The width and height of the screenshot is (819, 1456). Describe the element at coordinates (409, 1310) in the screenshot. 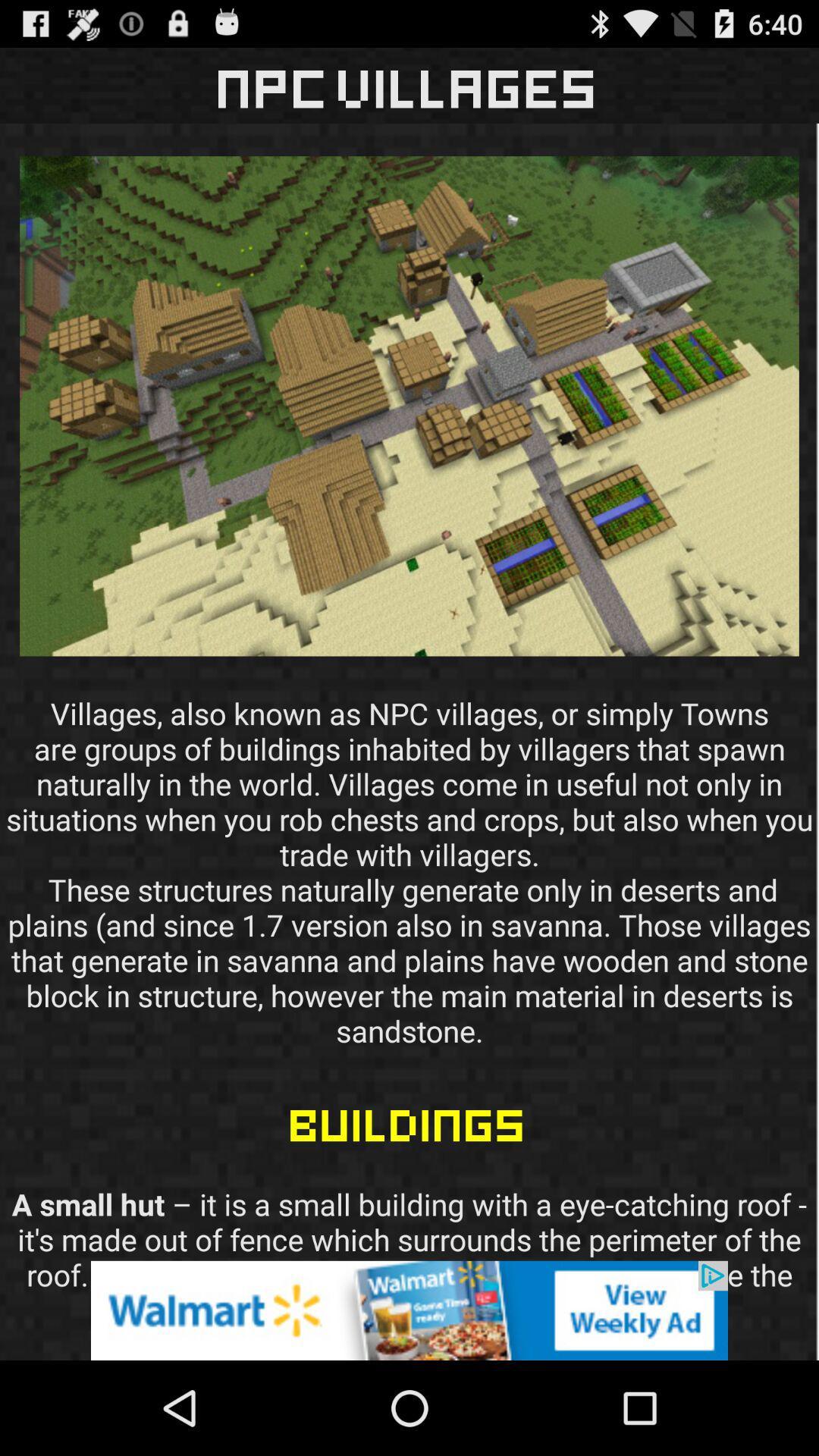

I see `the walmart homepage` at that location.